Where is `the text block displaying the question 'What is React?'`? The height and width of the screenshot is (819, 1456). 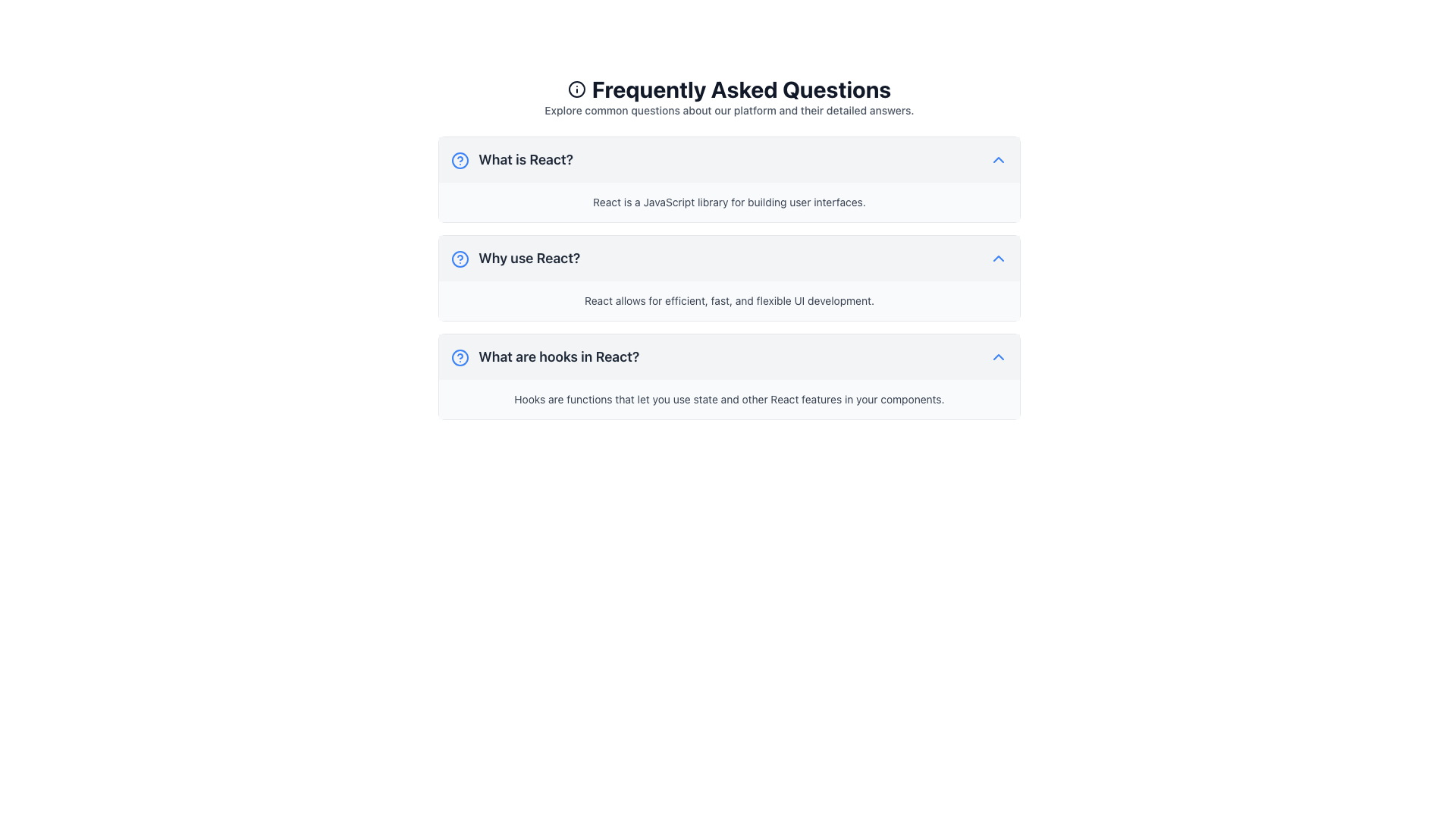
the text block displaying the question 'What is React?' is located at coordinates (512, 160).